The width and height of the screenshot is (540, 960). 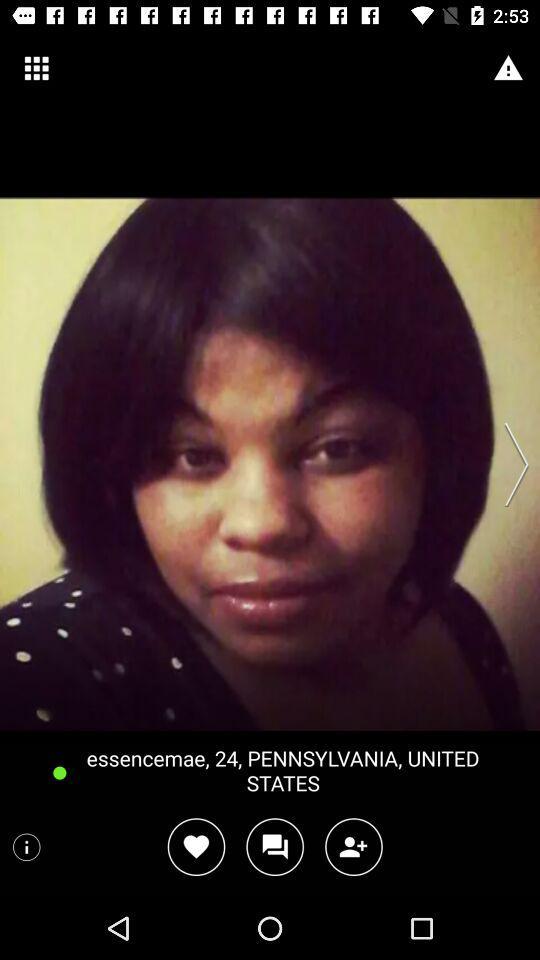 What do you see at coordinates (274, 846) in the screenshot?
I see `message user` at bounding box center [274, 846].